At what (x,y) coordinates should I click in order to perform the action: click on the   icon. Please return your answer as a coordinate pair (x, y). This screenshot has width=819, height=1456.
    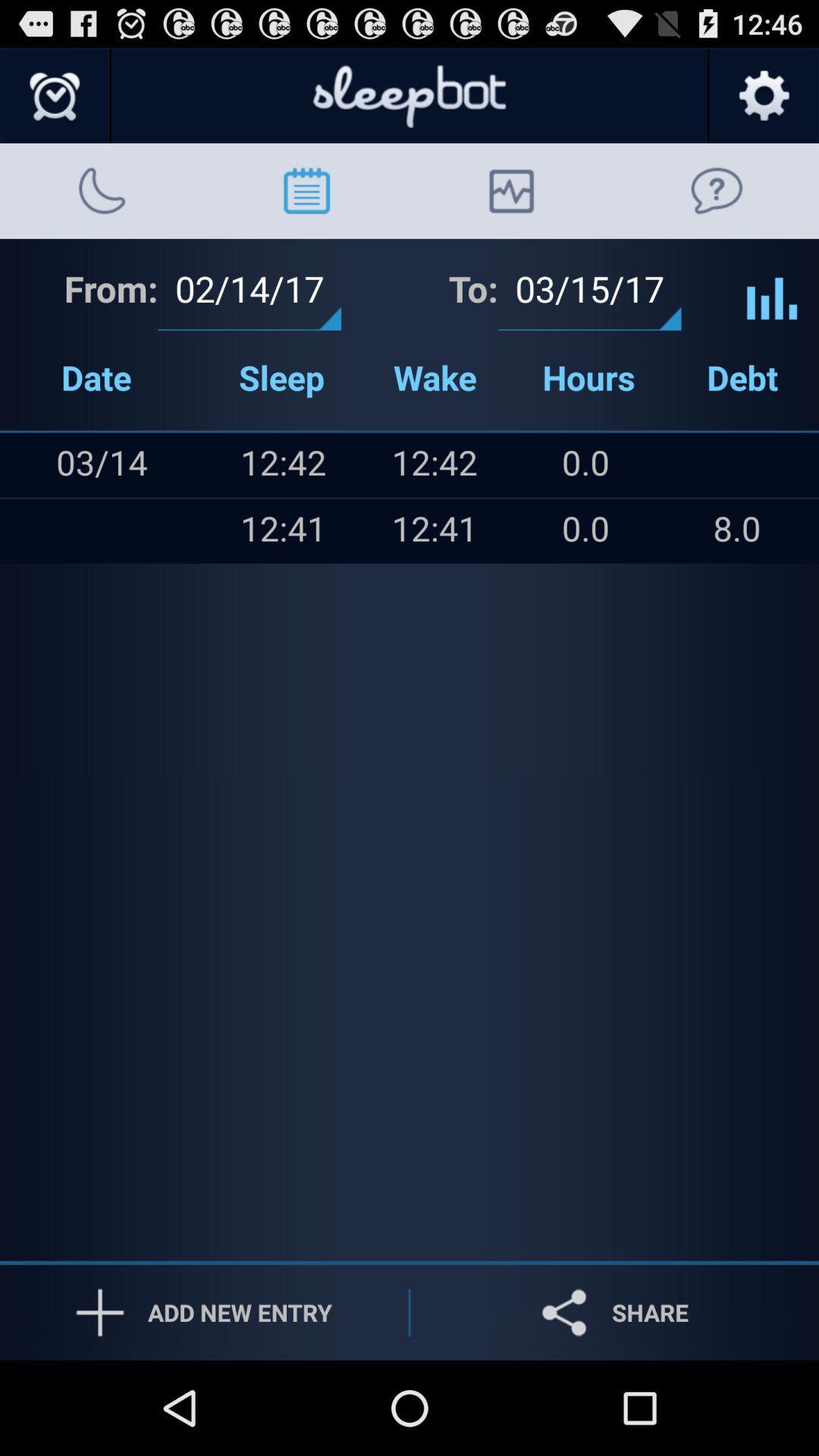
    Looking at the image, I should click on (31, 531).